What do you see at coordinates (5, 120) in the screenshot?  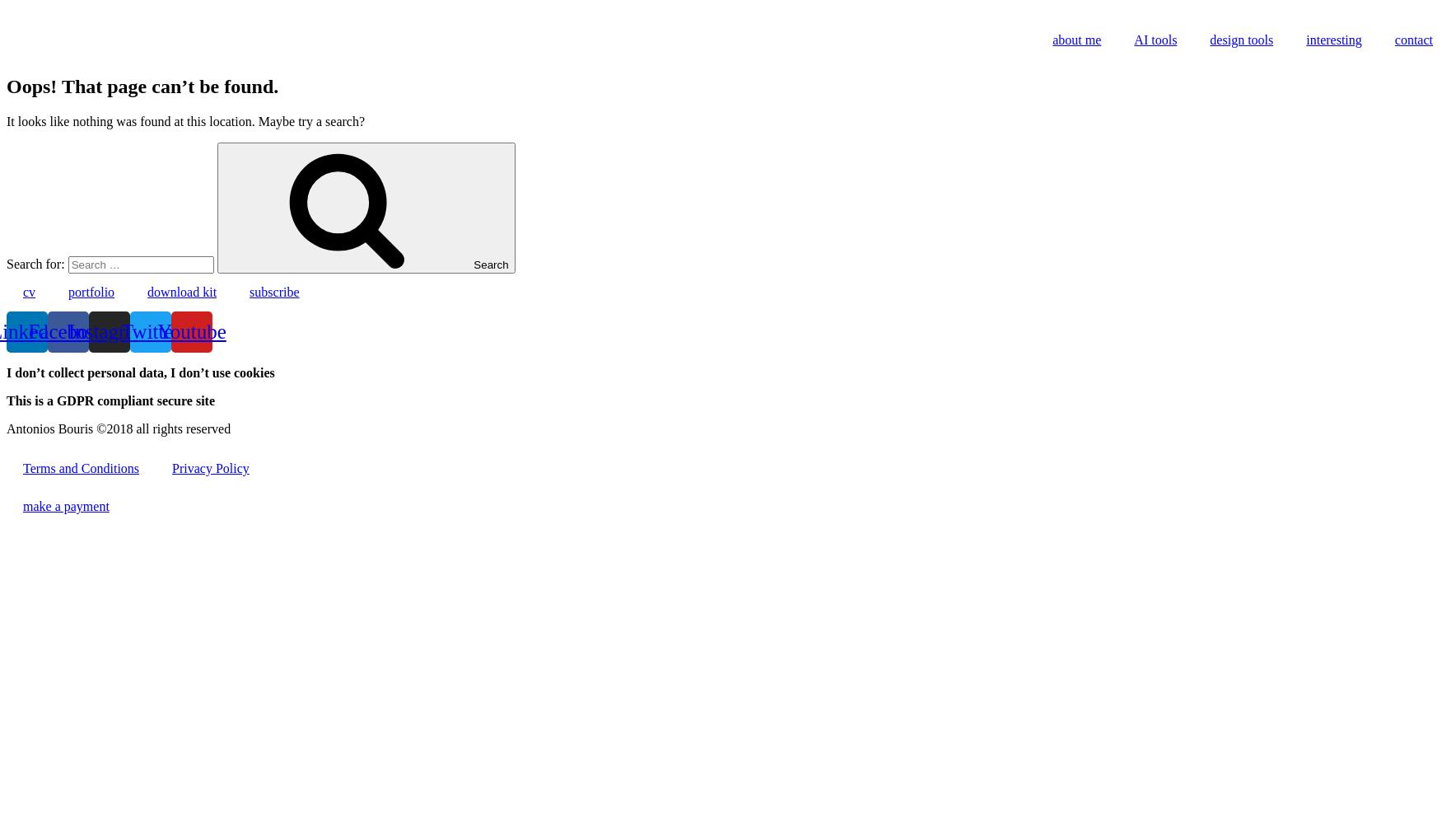 I see `'It looks like nothing was found at this location. Maybe try a search?'` at bounding box center [5, 120].